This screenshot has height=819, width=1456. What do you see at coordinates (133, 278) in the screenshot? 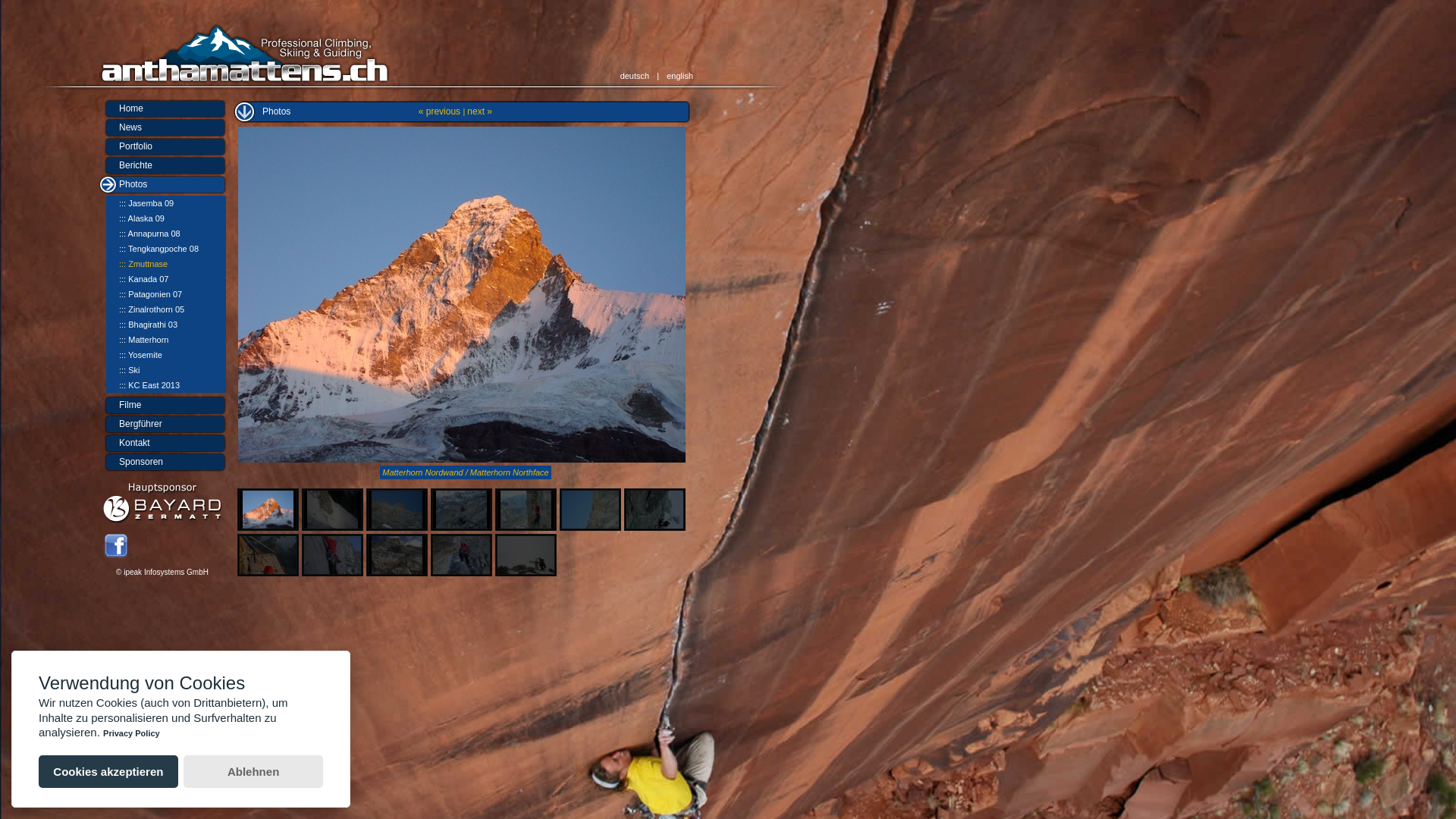
I see `'::: Kanada 07'` at bounding box center [133, 278].